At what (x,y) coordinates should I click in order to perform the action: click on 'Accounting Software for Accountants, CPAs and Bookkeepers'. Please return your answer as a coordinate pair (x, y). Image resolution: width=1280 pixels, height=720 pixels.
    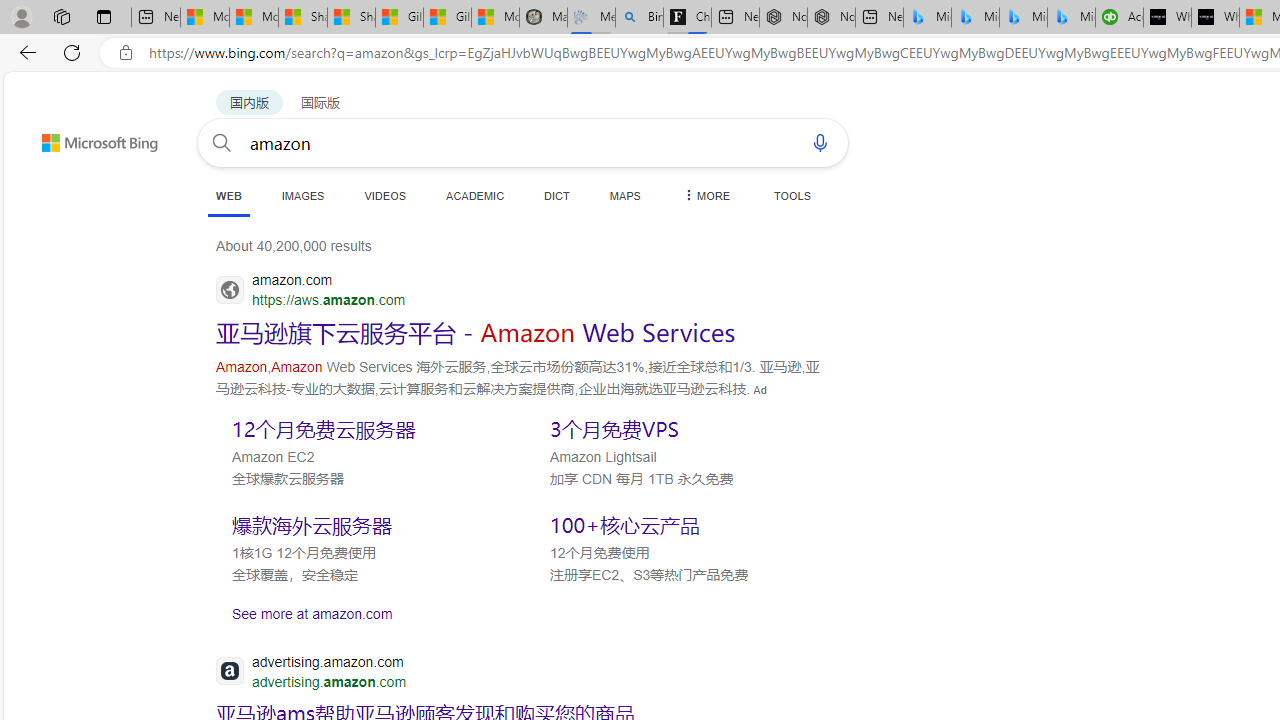
    Looking at the image, I should click on (1118, 17).